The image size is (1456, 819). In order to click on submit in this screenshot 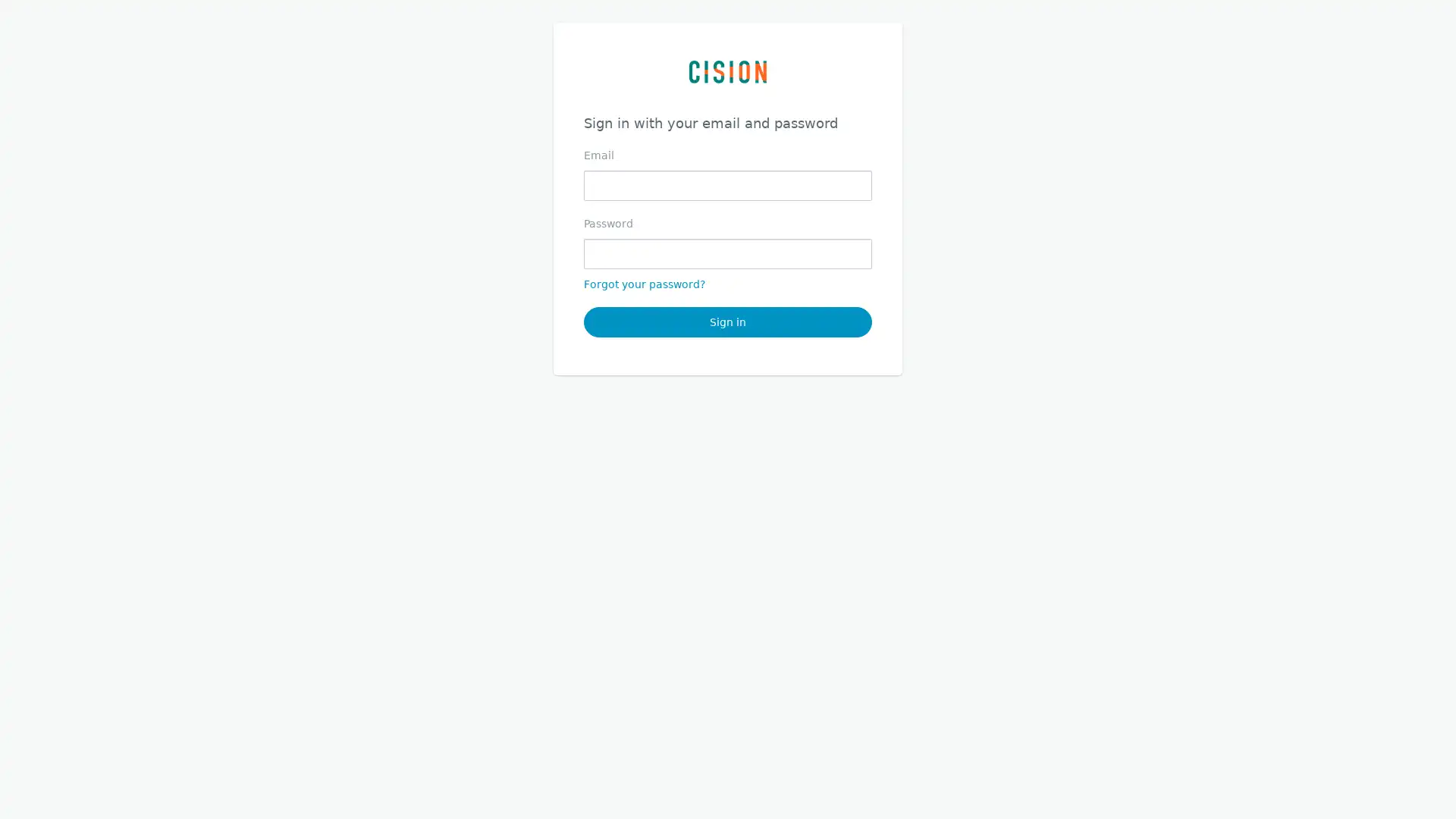, I will do `click(728, 321)`.